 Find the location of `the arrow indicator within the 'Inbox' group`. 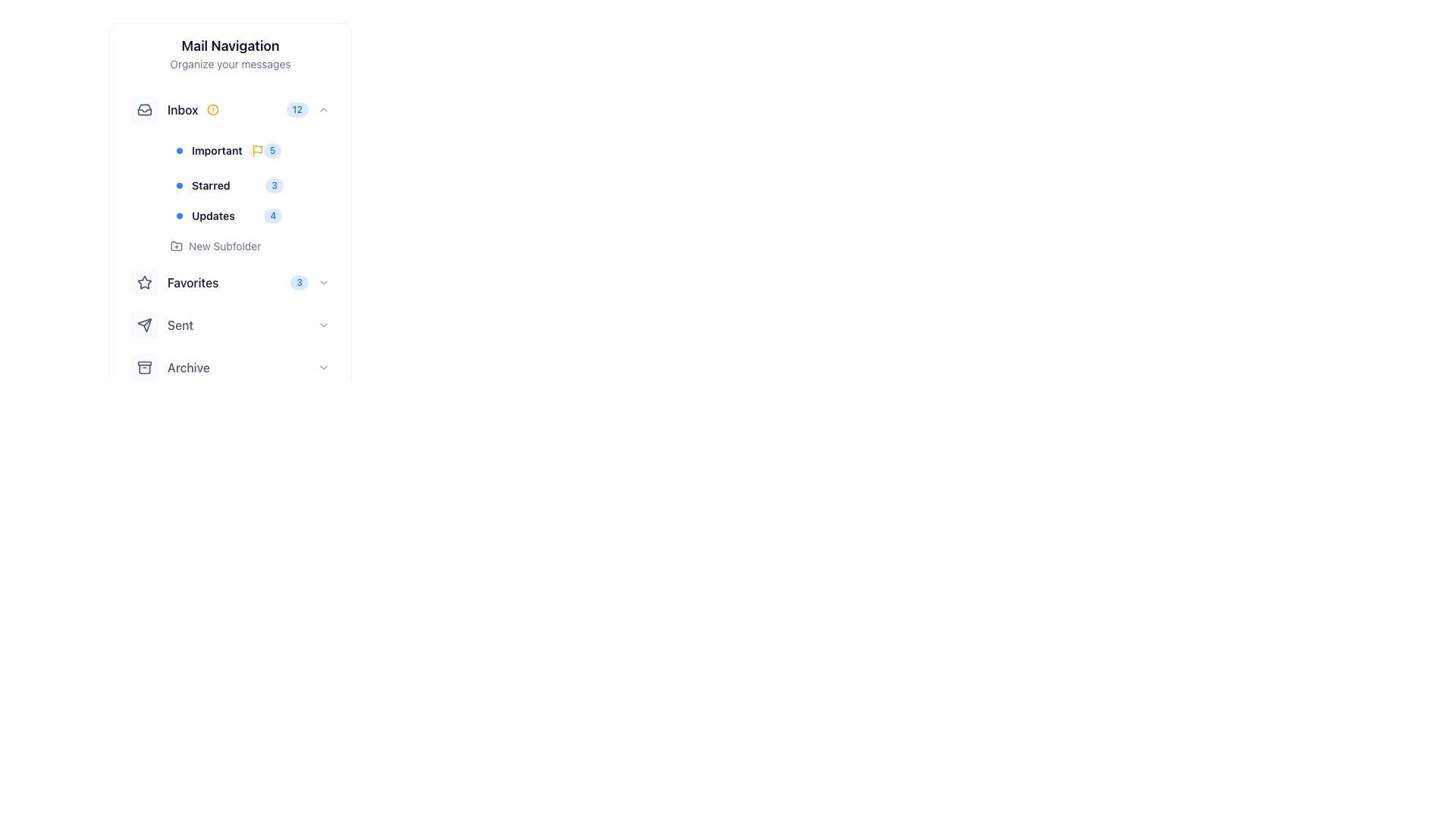

the arrow indicator within the 'Inbox' group is located at coordinates (145, 110).